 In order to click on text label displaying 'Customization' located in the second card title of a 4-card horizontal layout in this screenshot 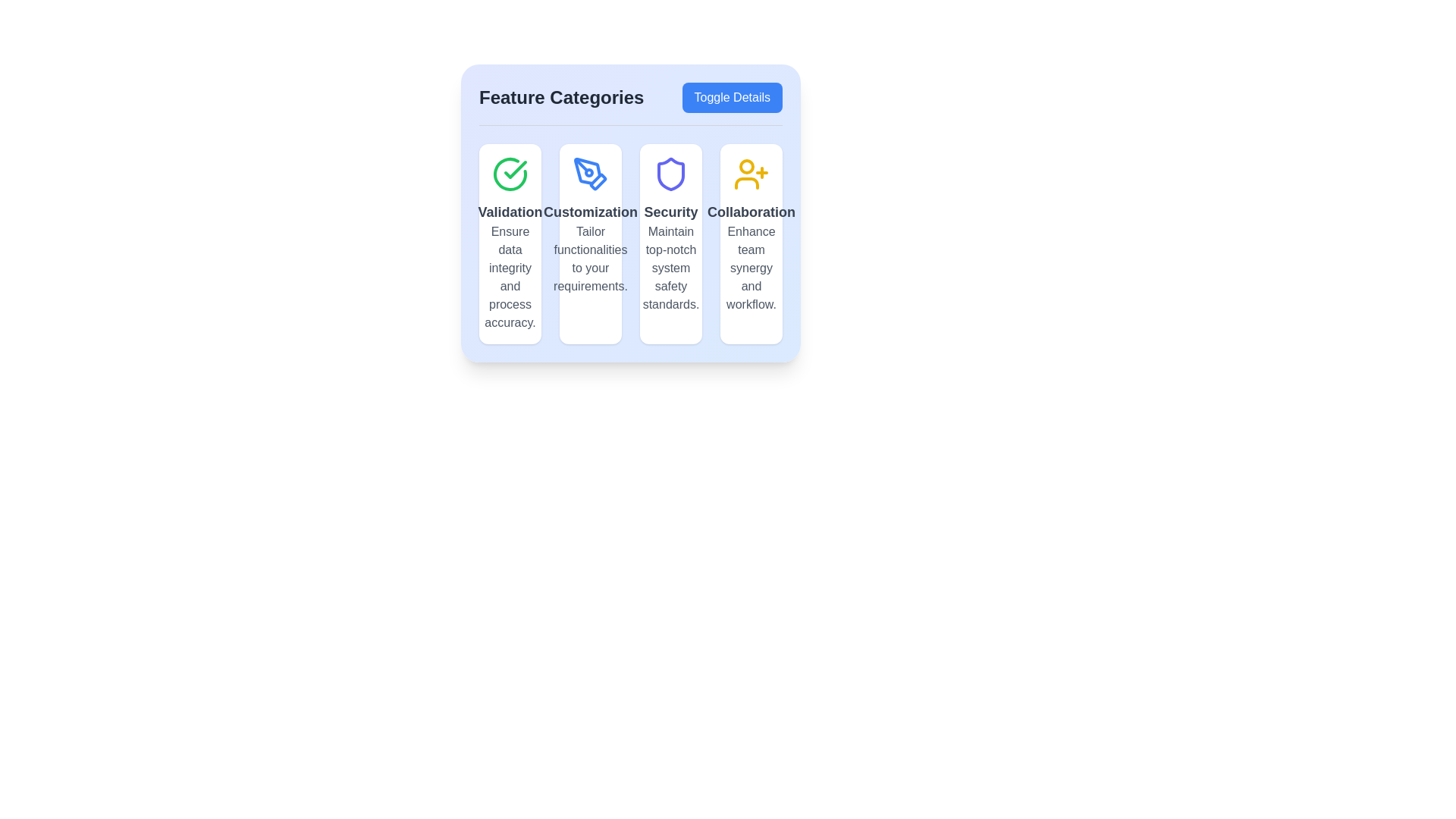, I will do `click(589, 212)`.